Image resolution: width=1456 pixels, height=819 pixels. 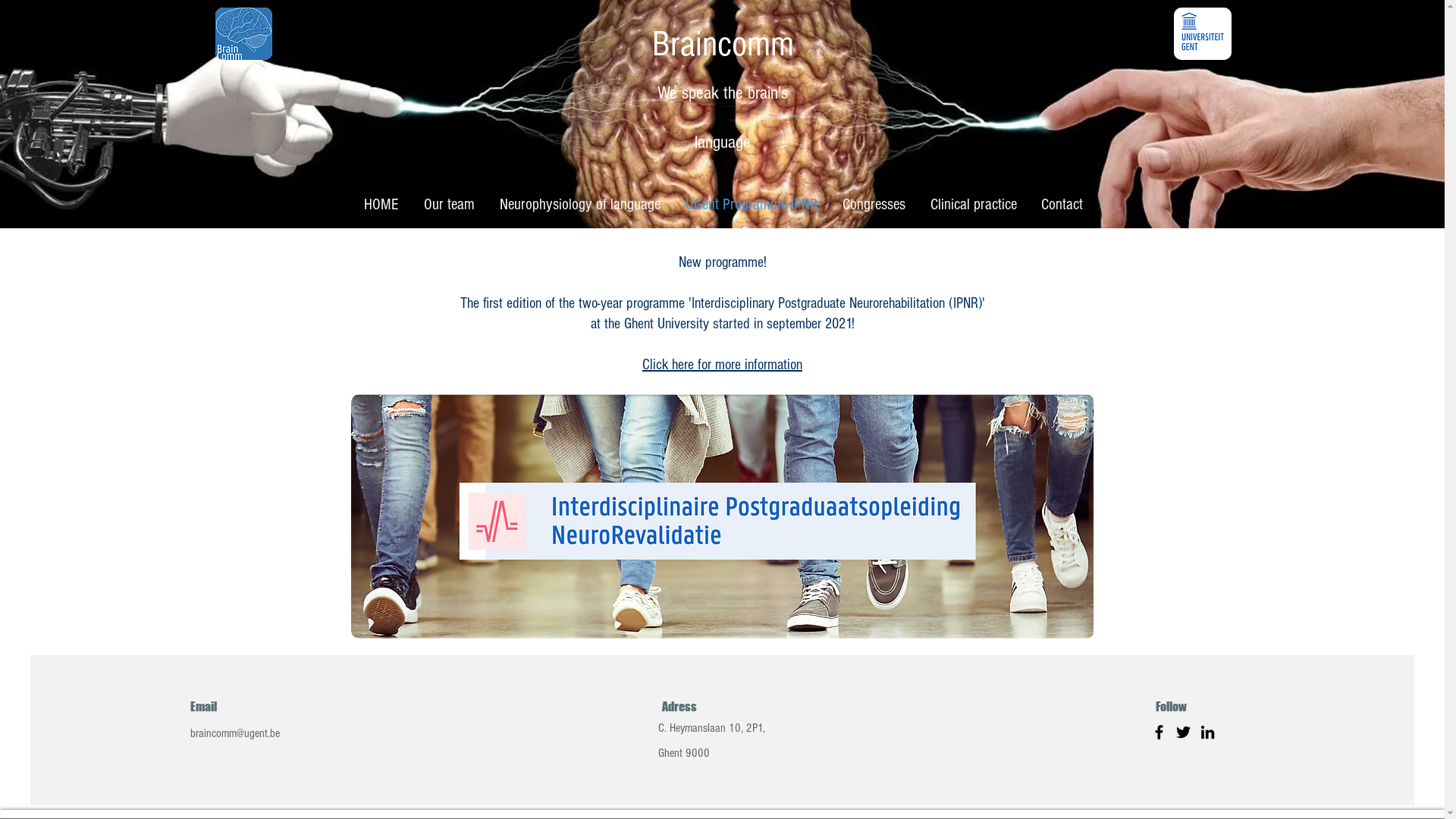 I want to click on 'HOME', so click(x=381, y=205).